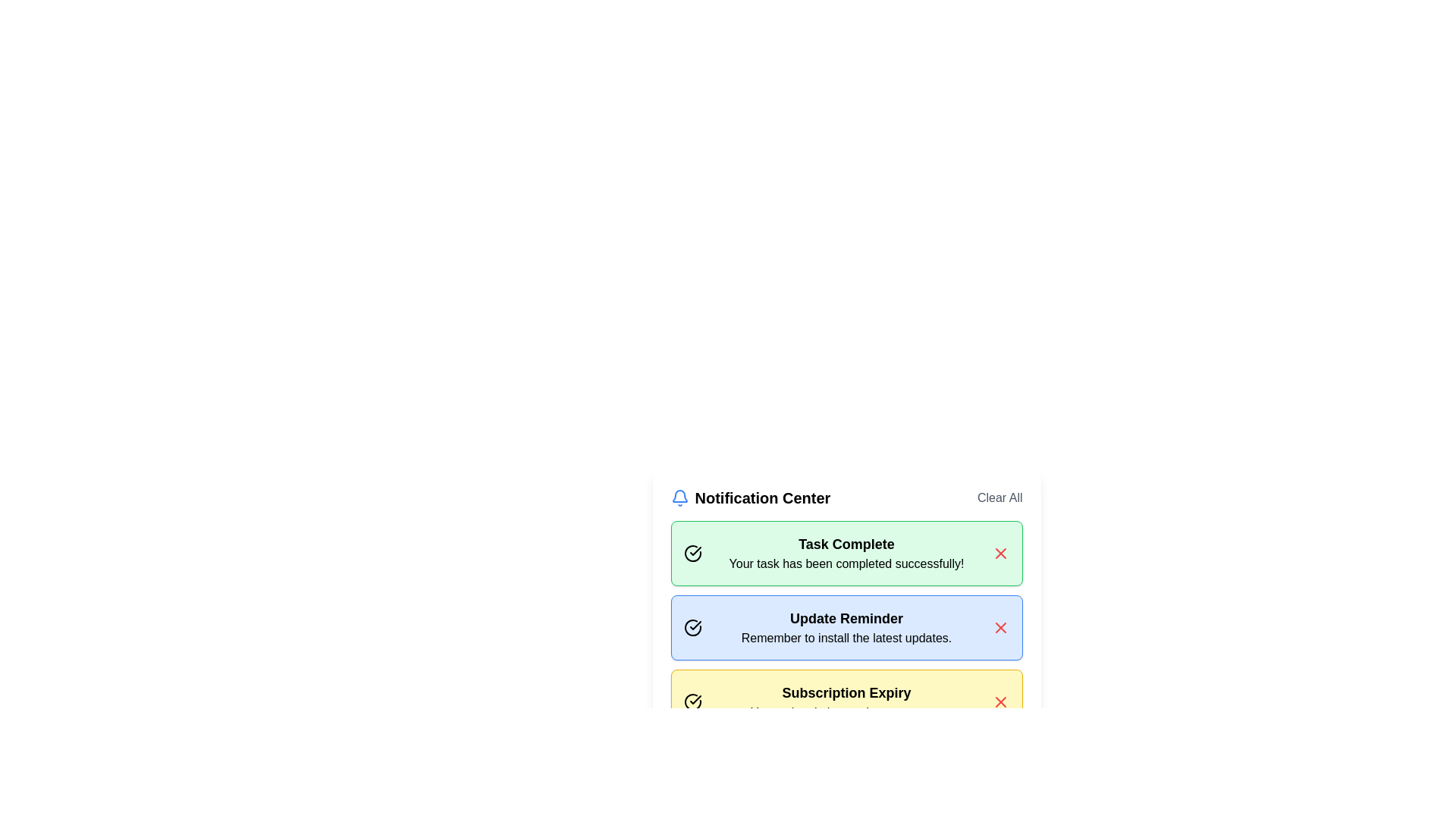  I want to click on the dismissal button located within the blue 'Update Reminder' notification box, positioned towards the right side, so click(1000, 628).